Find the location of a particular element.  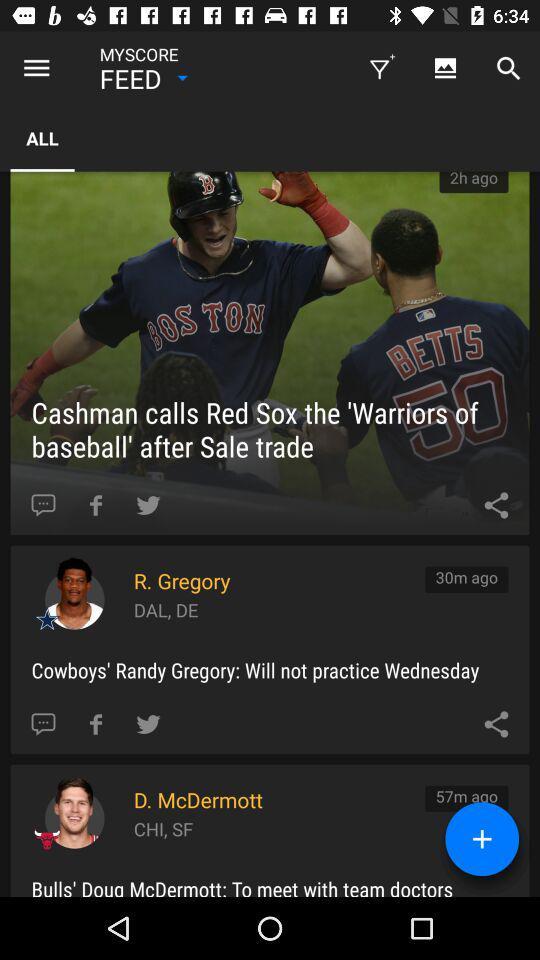

the add icon is located at coordinates (481, 839).